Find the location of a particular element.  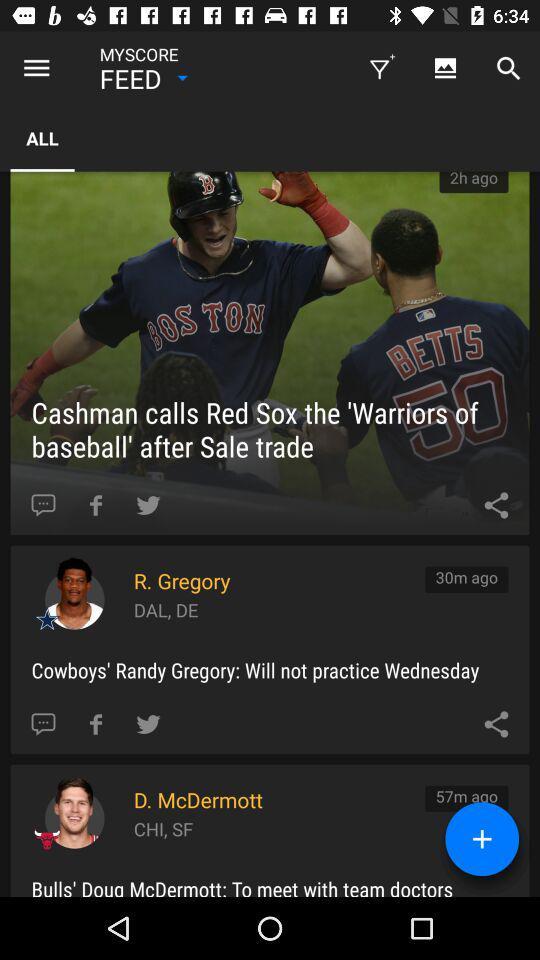

the add icon is located at coordinates (481, 839).